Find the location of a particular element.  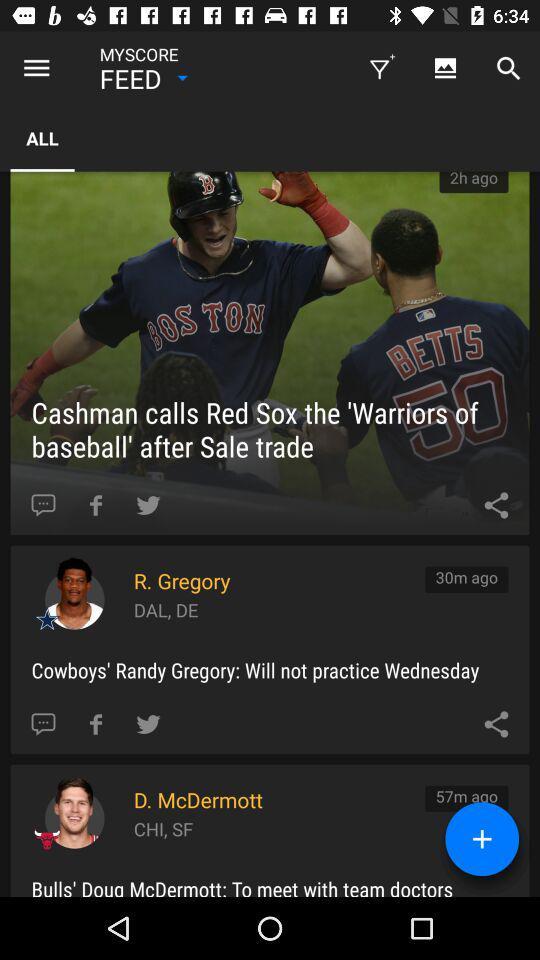

the add icon is located at coordinates (481, 839).